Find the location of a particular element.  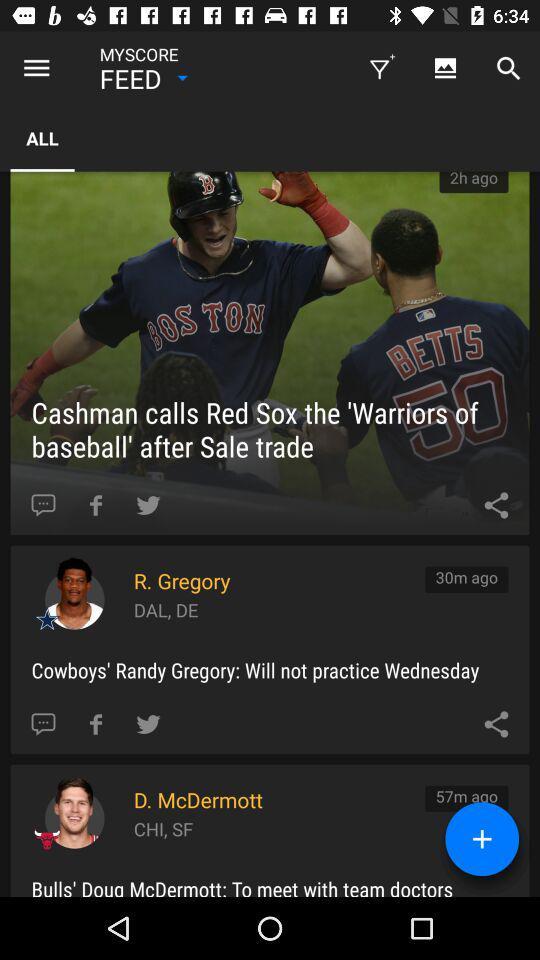

the add icon is located at coordinates (481, 839).